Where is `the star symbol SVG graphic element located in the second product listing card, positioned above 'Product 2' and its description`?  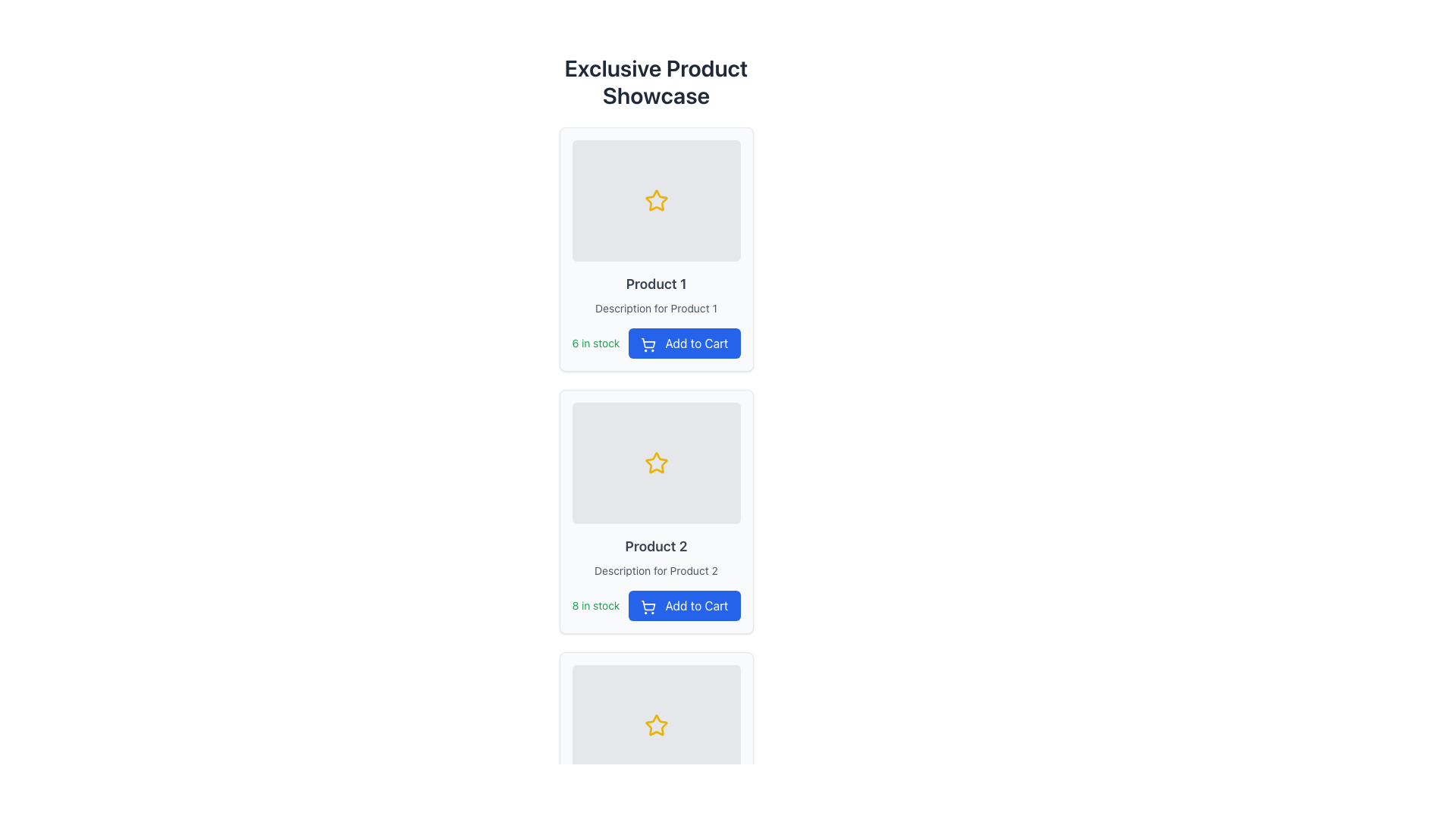
the star symbol SVG graphic element located in the second product listing card, positioned above 'Product 2' and its description is located at coordinates (656, 462).